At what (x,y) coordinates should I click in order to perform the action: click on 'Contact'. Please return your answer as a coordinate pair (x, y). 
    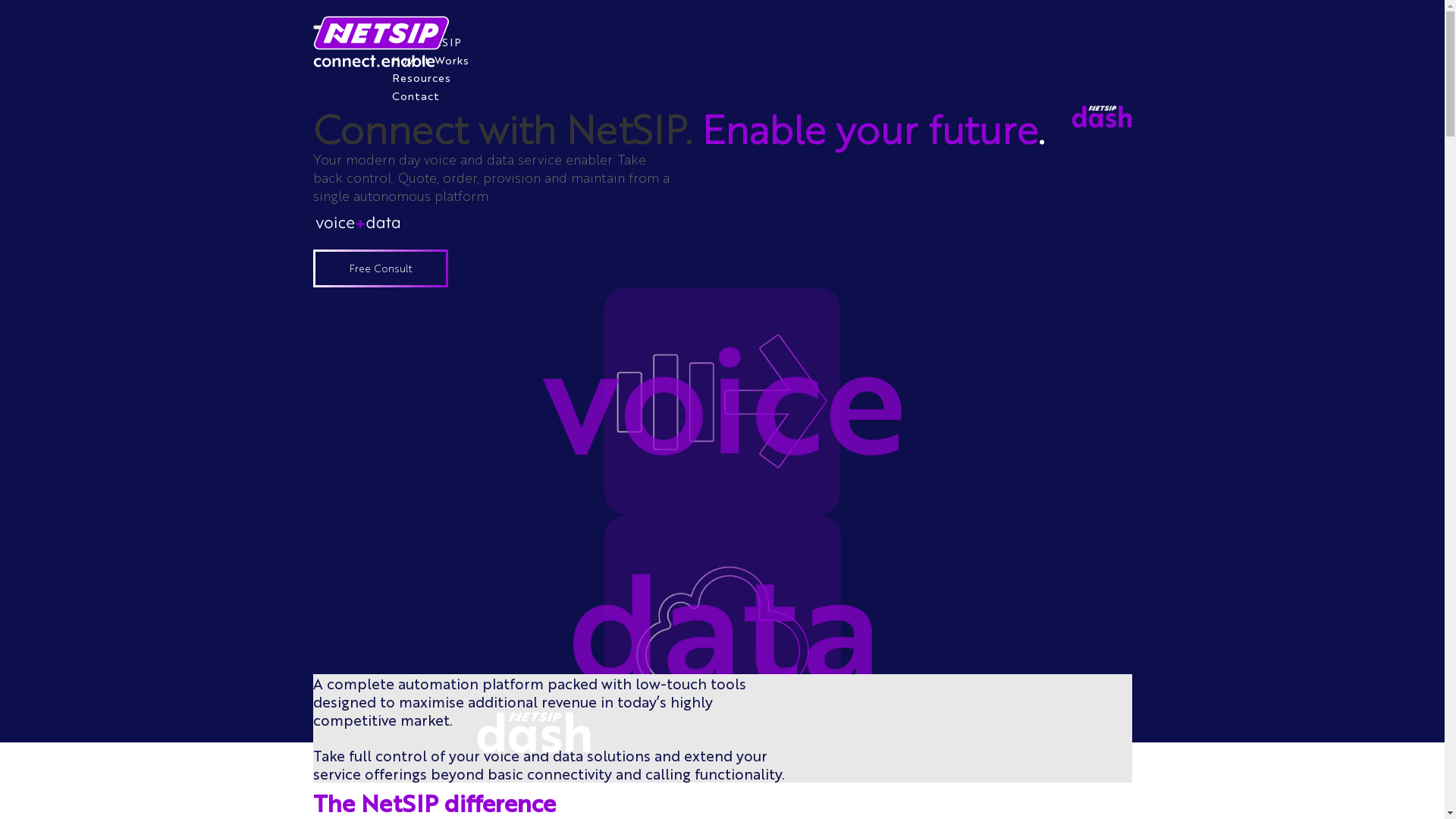
    Looking at the image, I should click on (415, 96).